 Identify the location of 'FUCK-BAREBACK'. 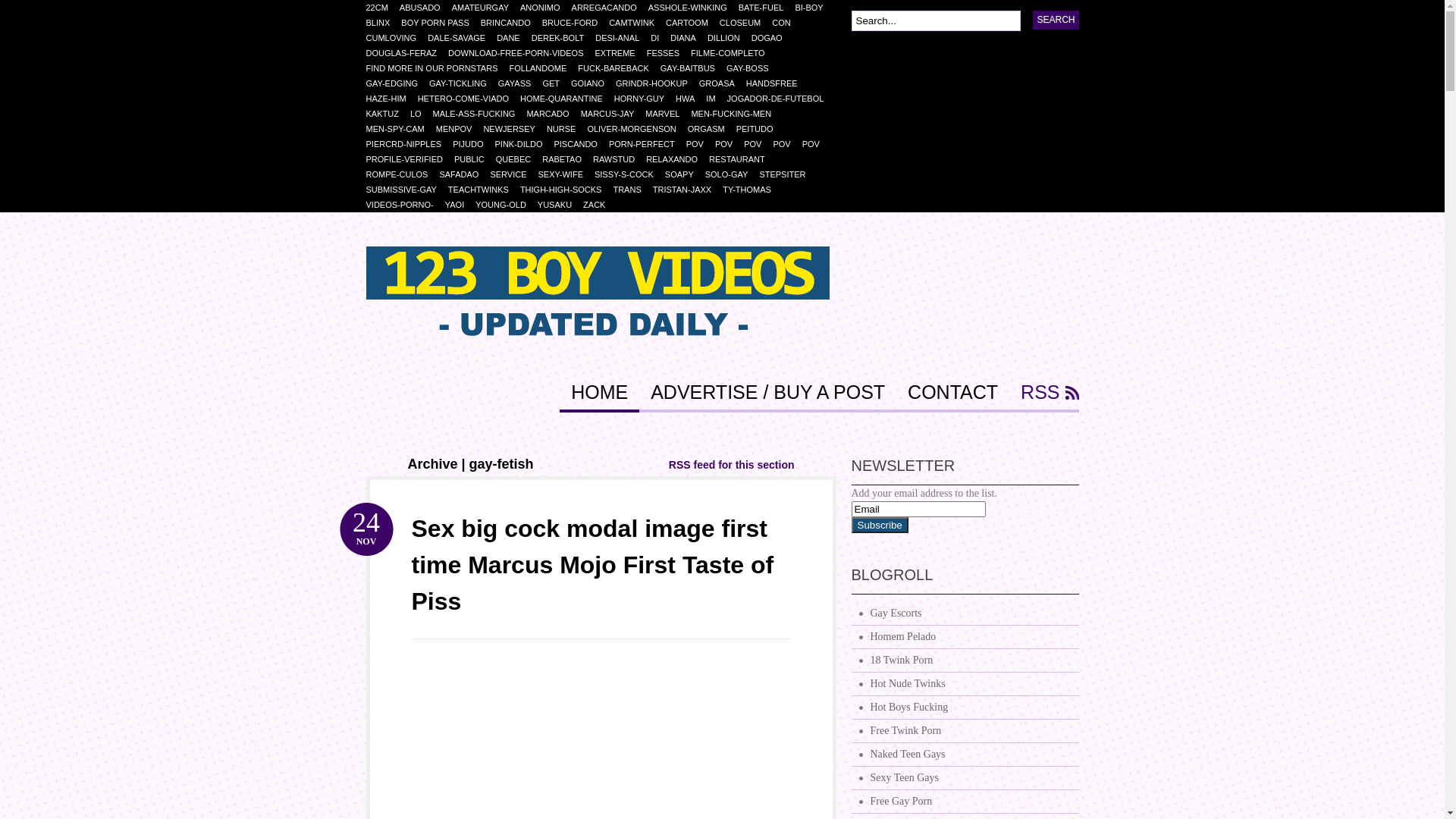
(619, 67).